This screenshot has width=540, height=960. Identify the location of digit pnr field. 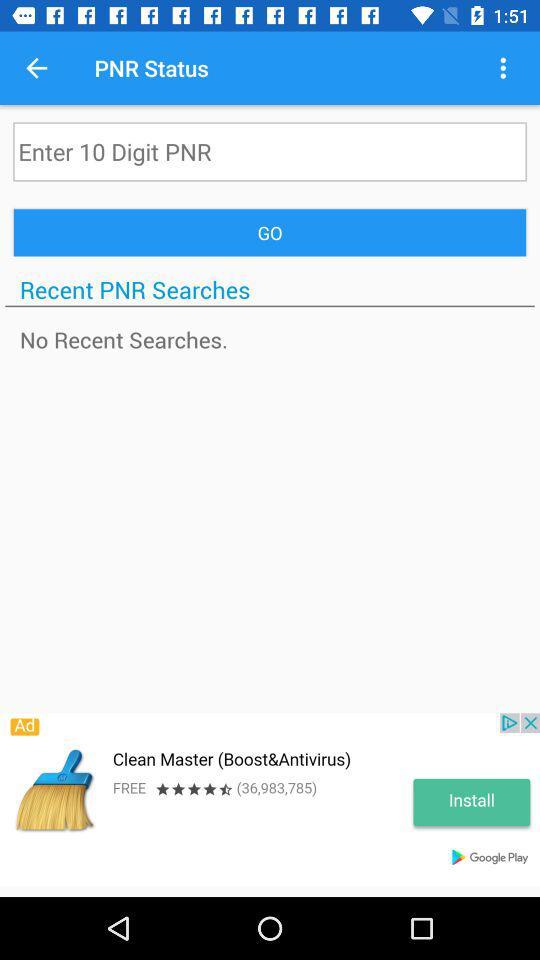
(270, 150).